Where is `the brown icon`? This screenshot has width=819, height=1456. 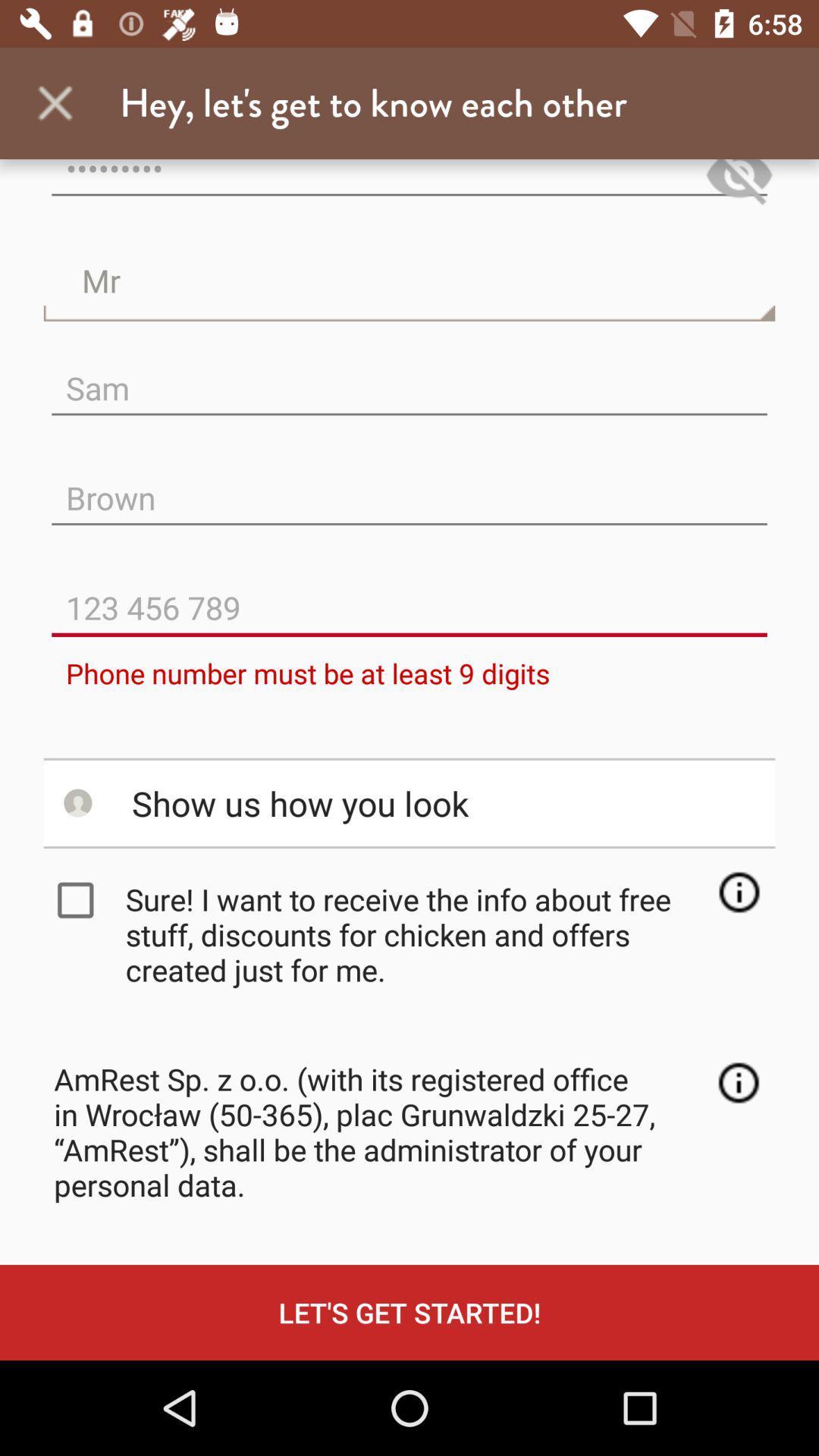 the brown icon is located at coordinates (409, 485).